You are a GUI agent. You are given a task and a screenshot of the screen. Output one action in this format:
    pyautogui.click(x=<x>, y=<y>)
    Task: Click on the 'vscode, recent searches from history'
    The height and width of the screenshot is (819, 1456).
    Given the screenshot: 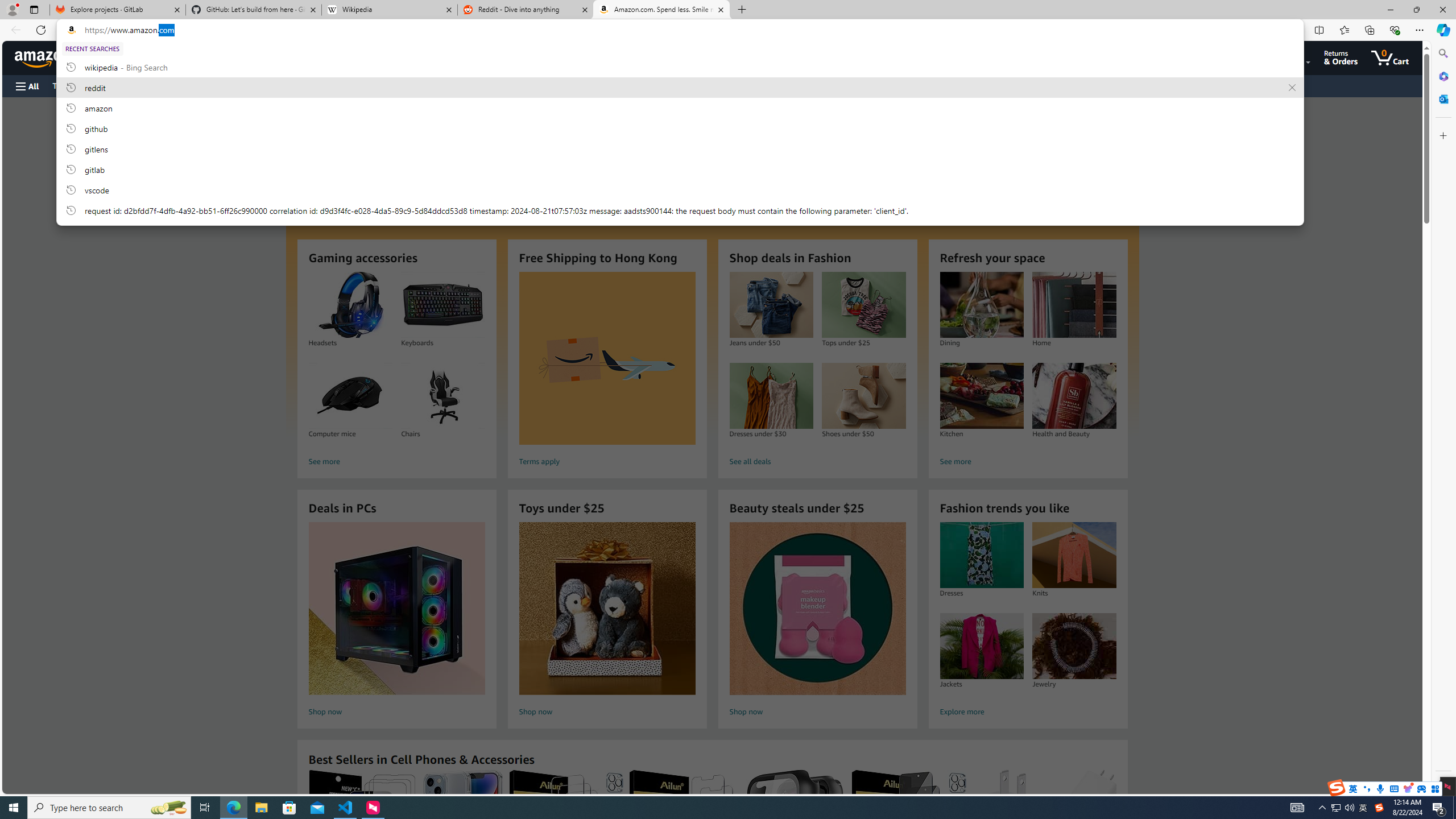 What is the action you would take?
    pyautogui.click(x=679, y=189)
    